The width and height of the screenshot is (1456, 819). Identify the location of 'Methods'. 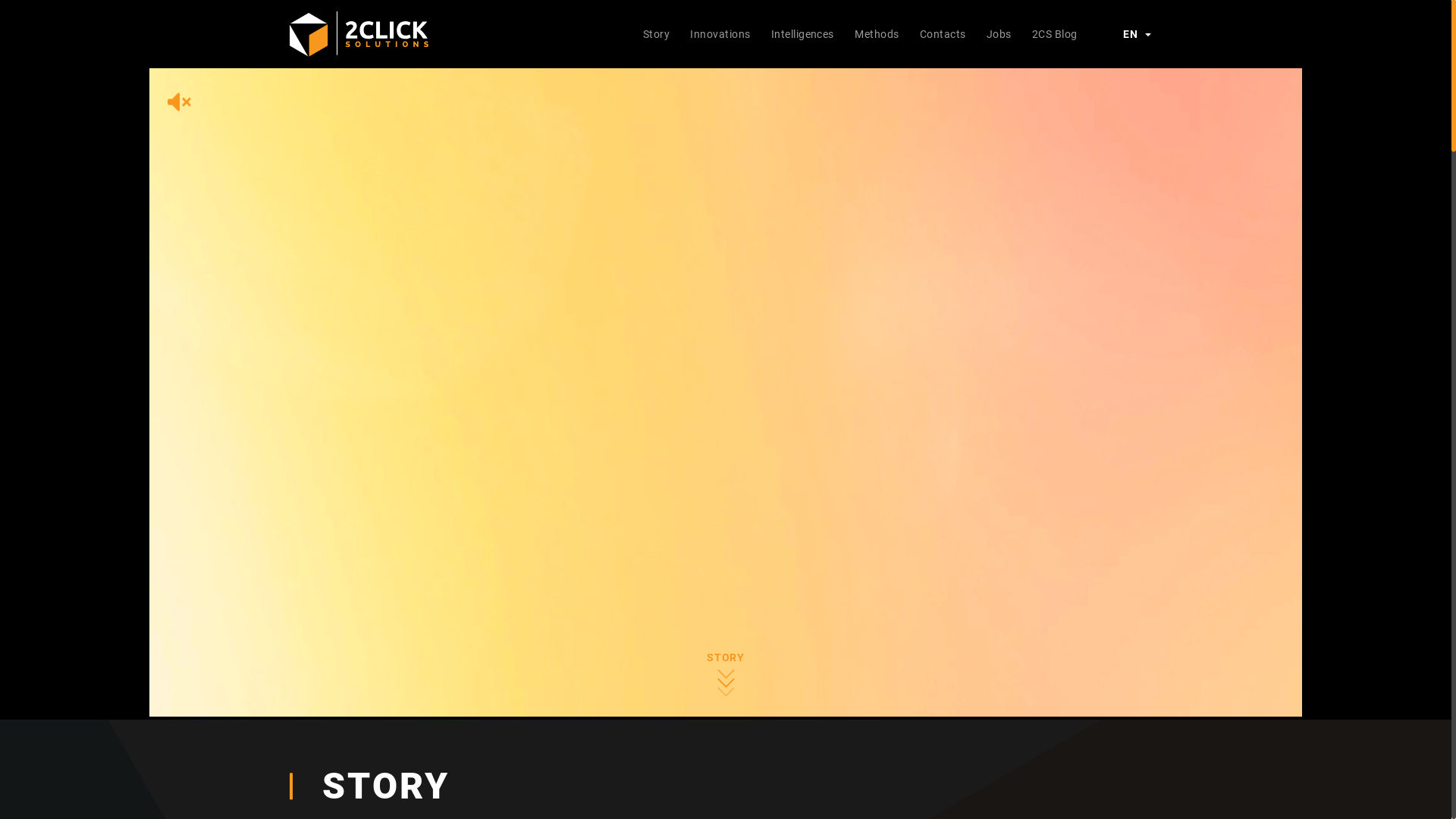
(877, 33).